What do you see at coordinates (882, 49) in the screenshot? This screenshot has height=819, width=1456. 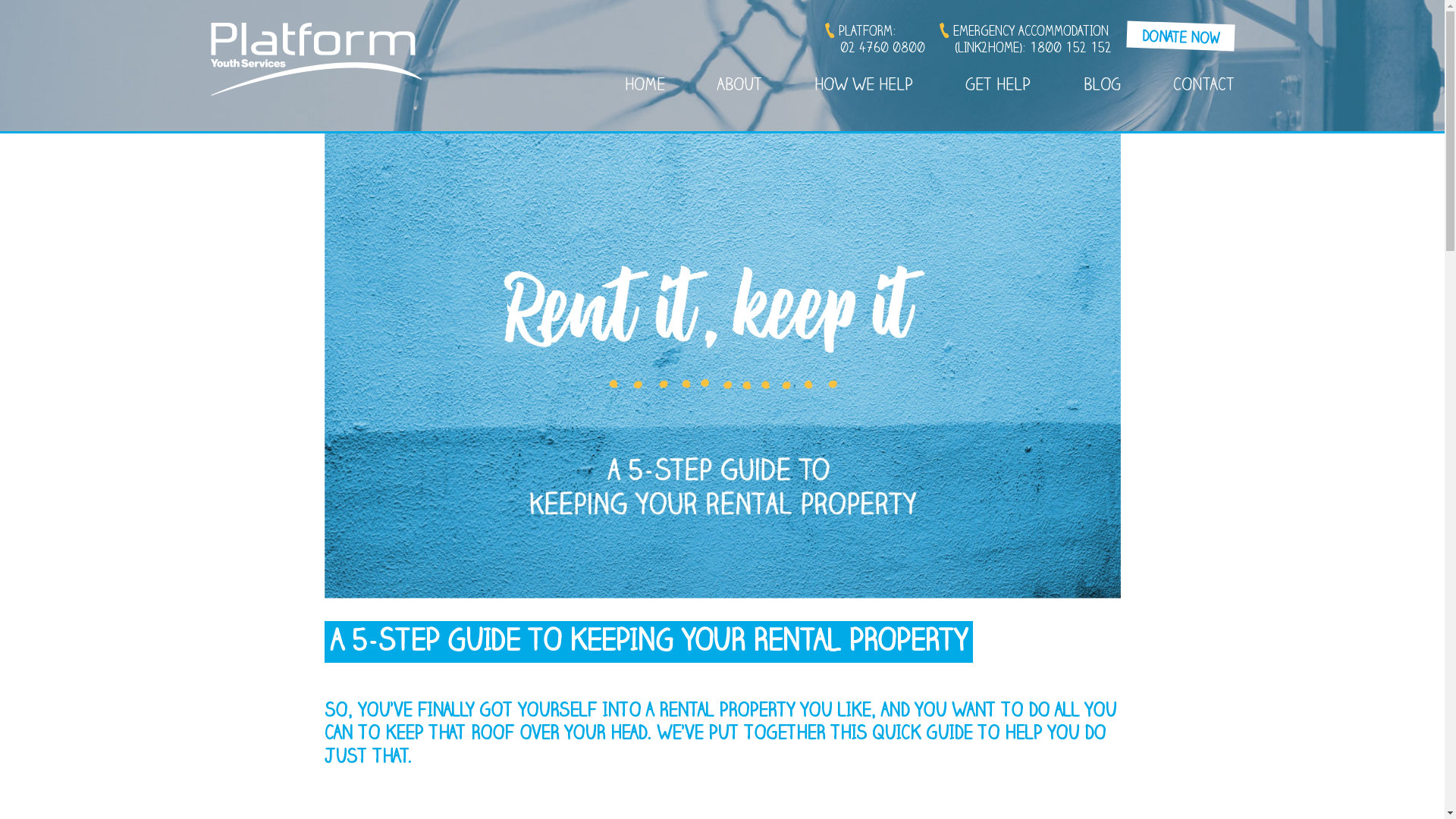 I see `'02 4760 0800'` at bounding box center [882, 49].